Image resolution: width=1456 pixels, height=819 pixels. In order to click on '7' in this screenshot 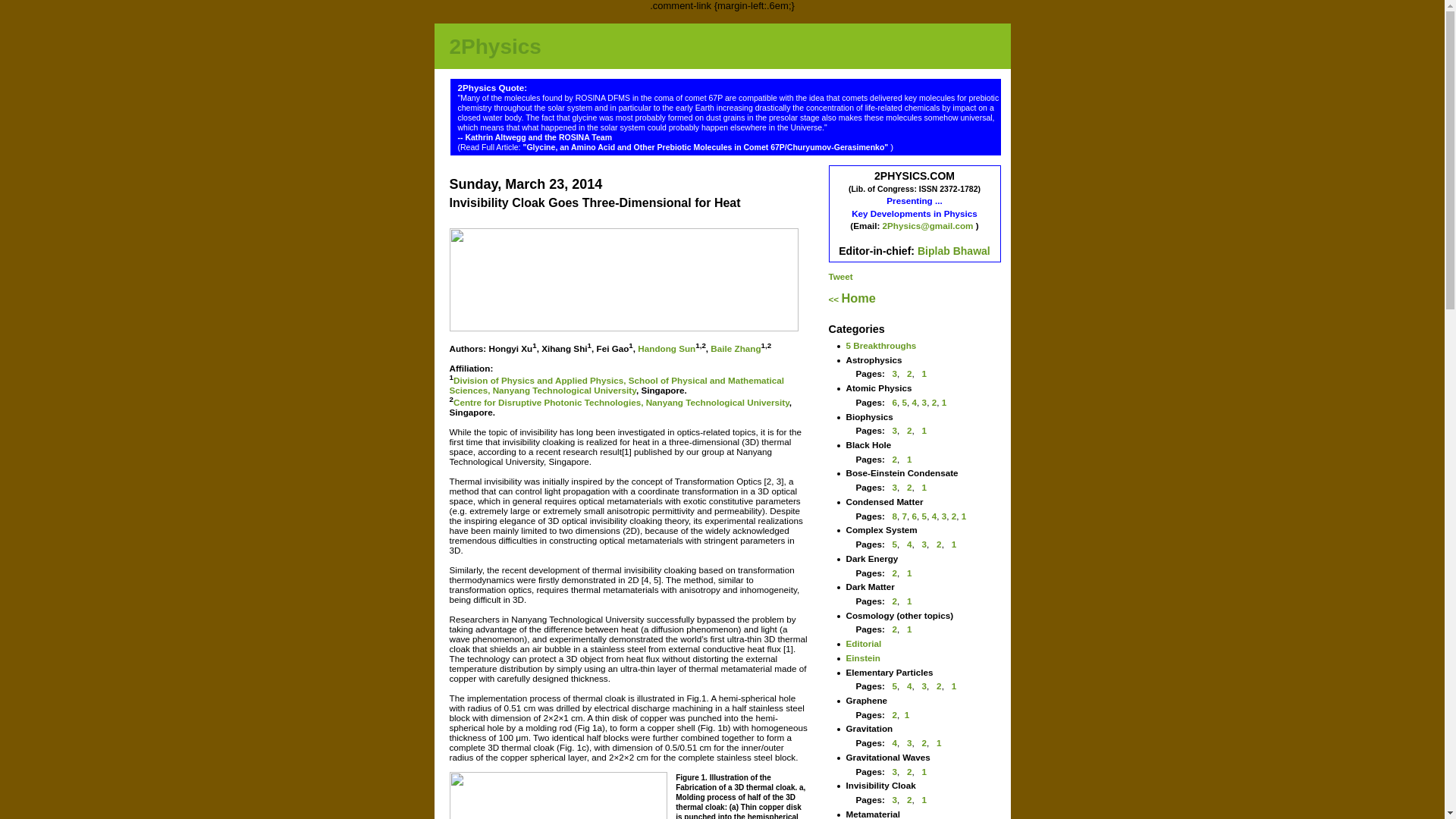, I will do `click(905, 515)`.